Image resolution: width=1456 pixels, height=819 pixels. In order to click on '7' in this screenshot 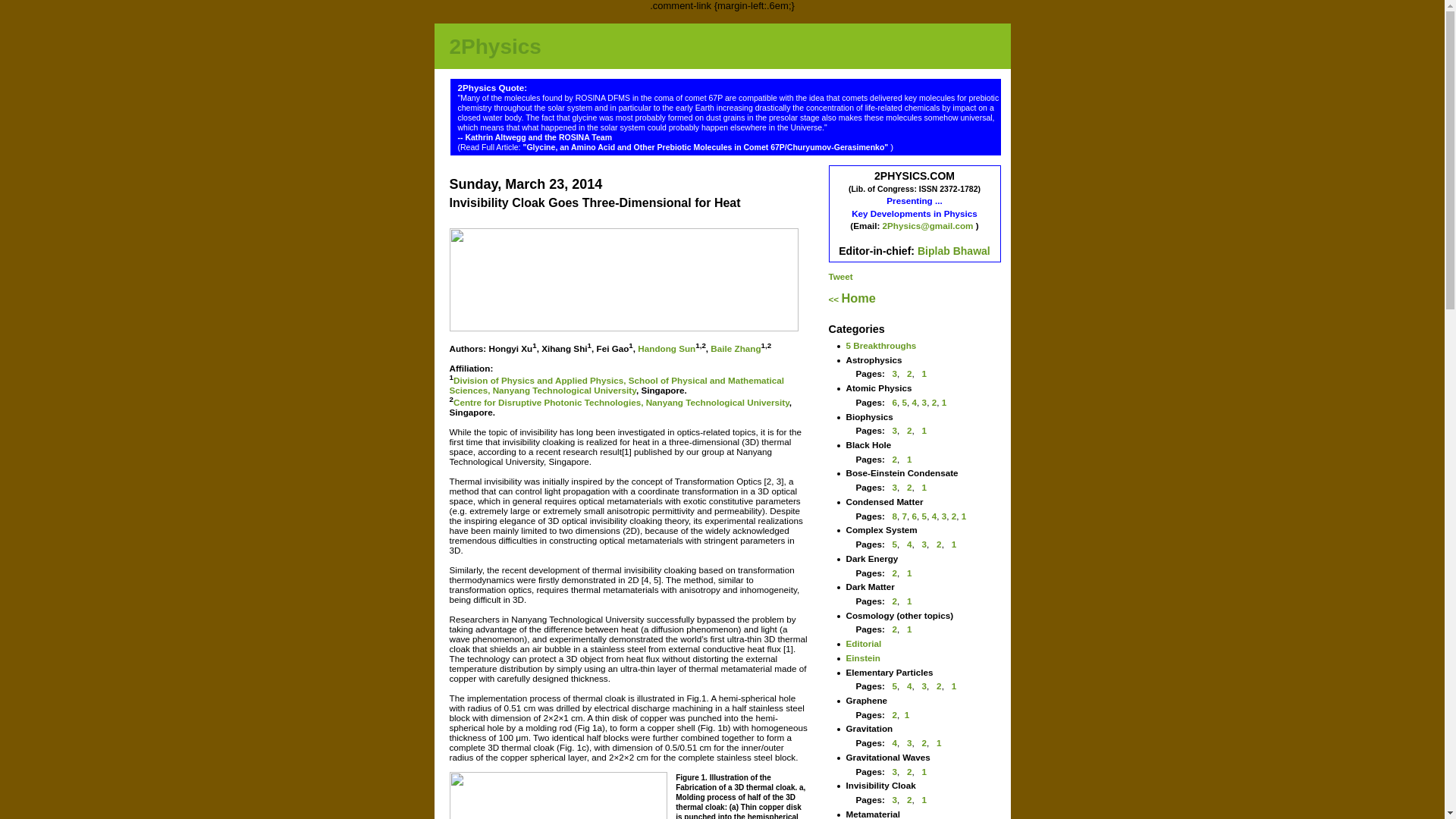, I will do `click(905, 515)`.